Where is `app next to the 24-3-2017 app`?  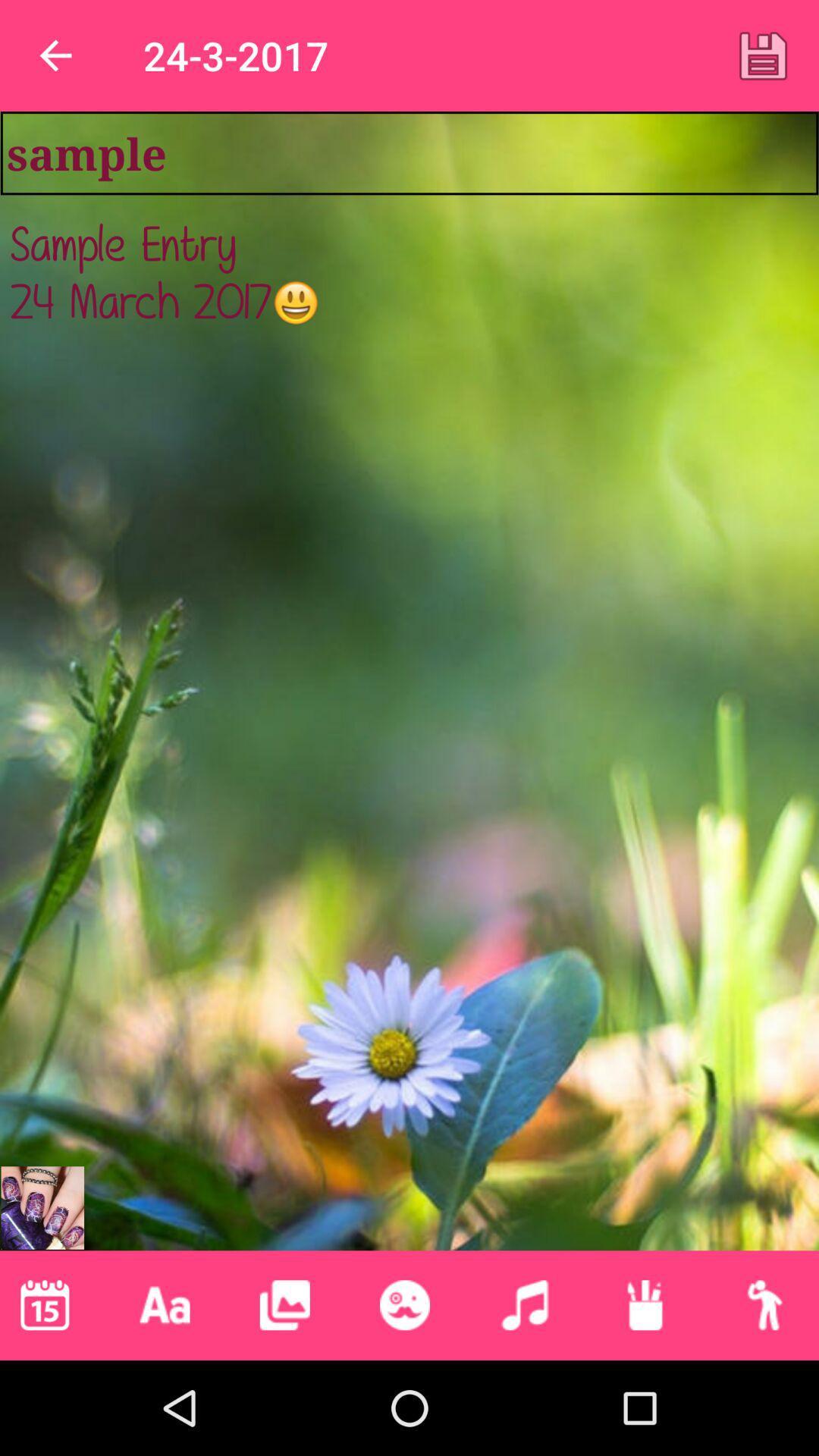
app next to the 24-3-2017 app is located at coordinates (55, 55).